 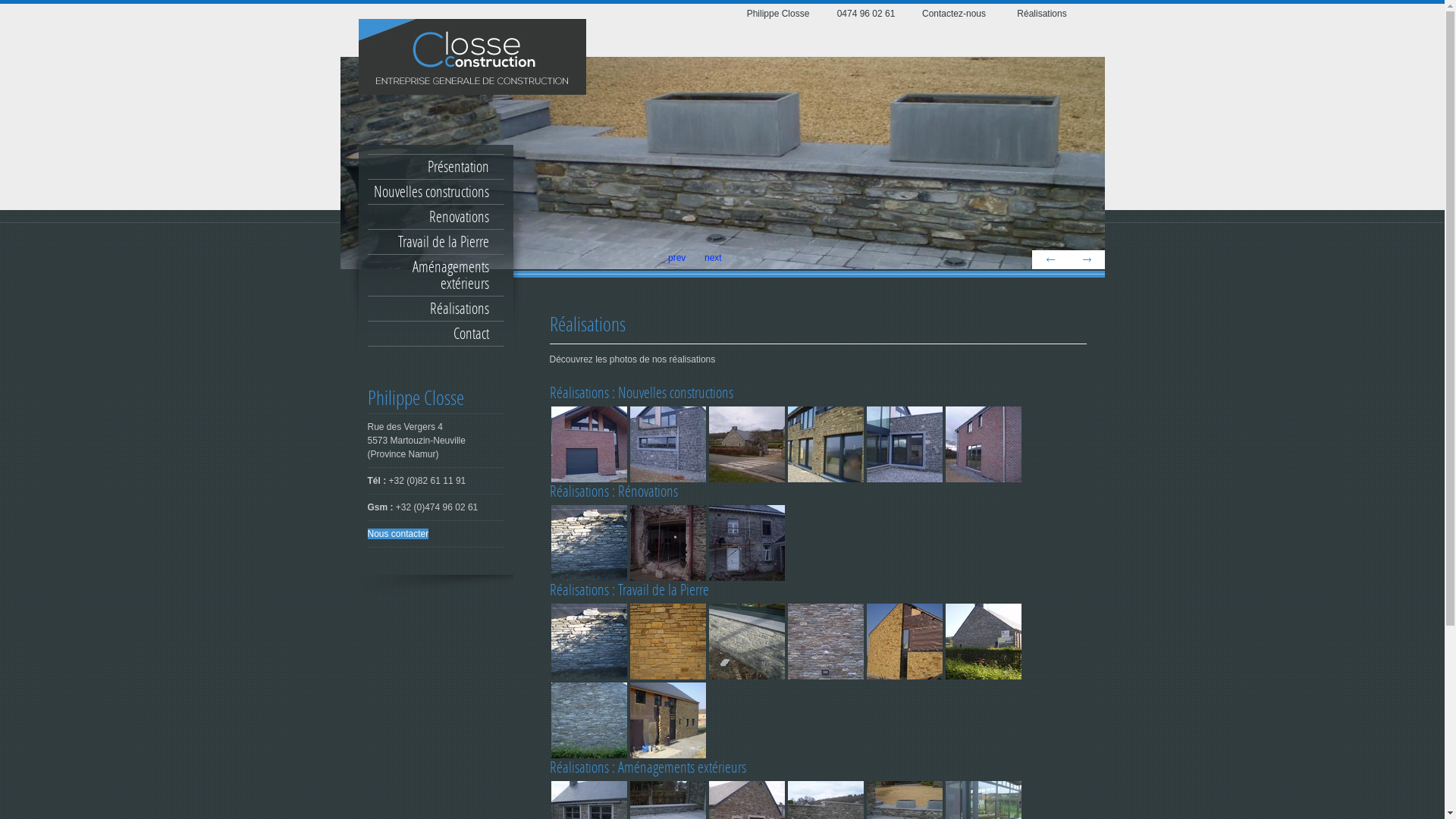 What do you see at coordinates (667, 719) in the screenshot?
I see `'OLYMPUS DIGITAL CAMERA         '` at bounding box center [667, 719].